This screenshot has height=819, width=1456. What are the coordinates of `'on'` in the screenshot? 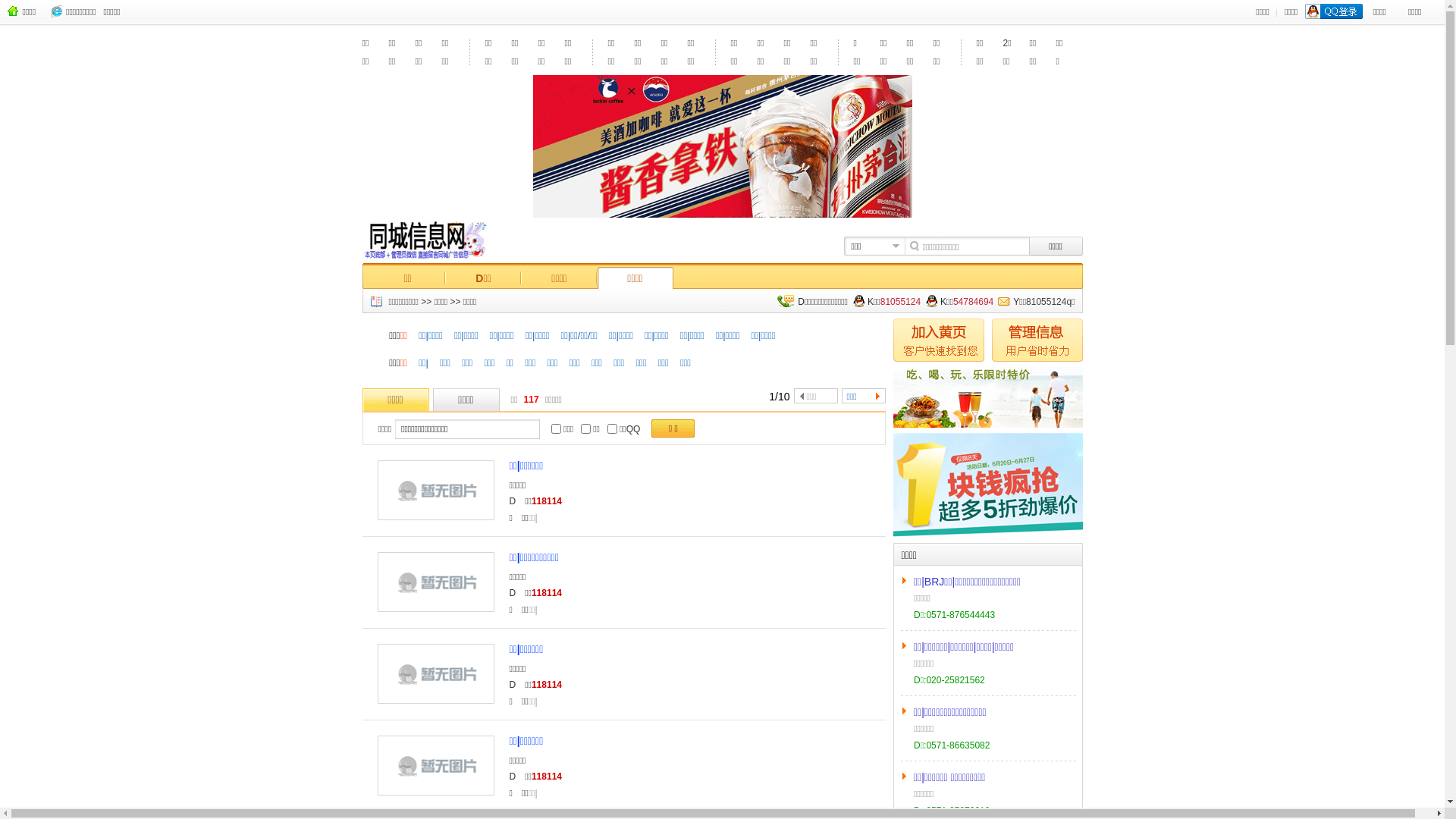 It's located at (555, 456).